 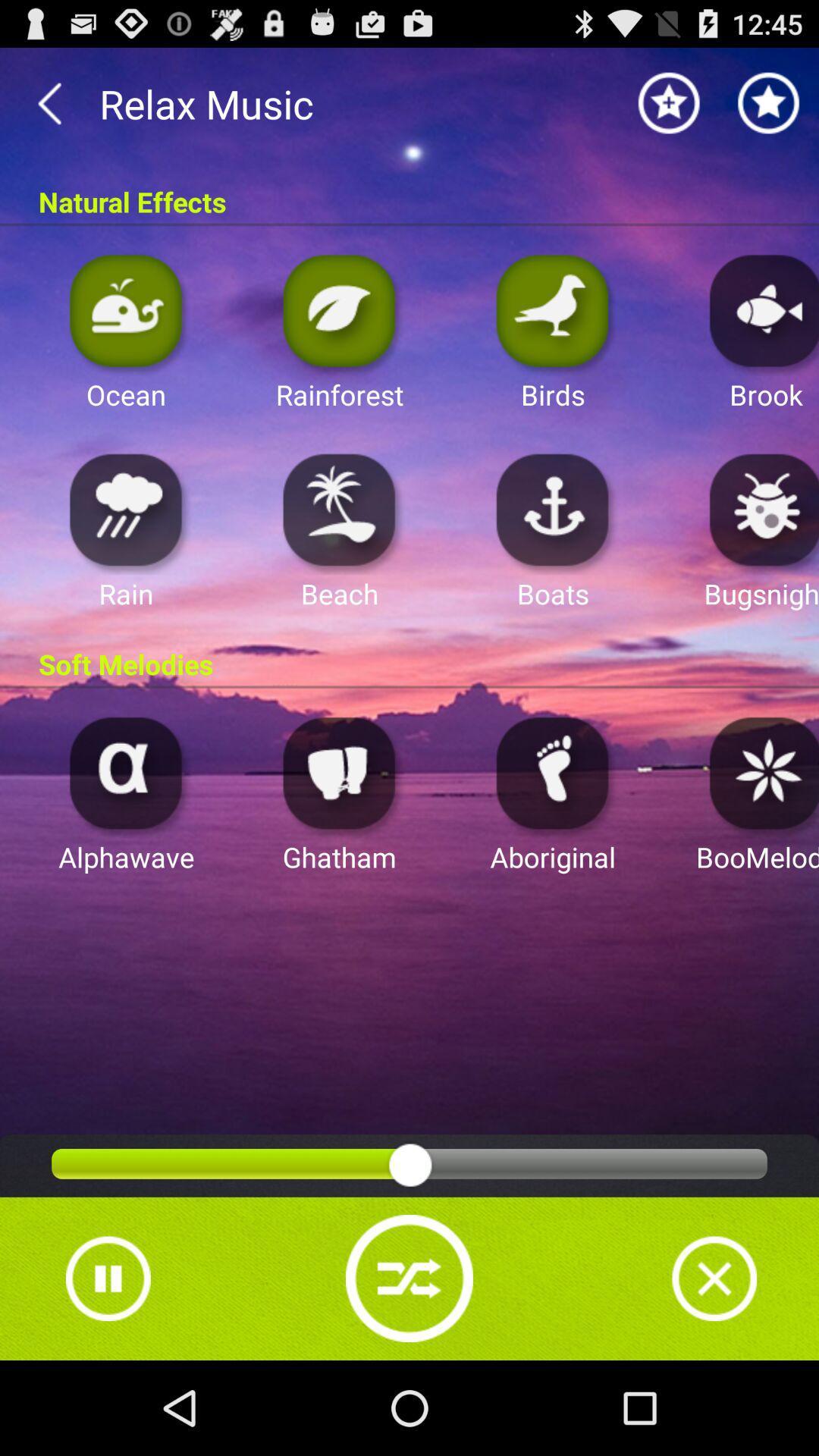 I want to click on shuffle music, so click(x=409, y=1277).